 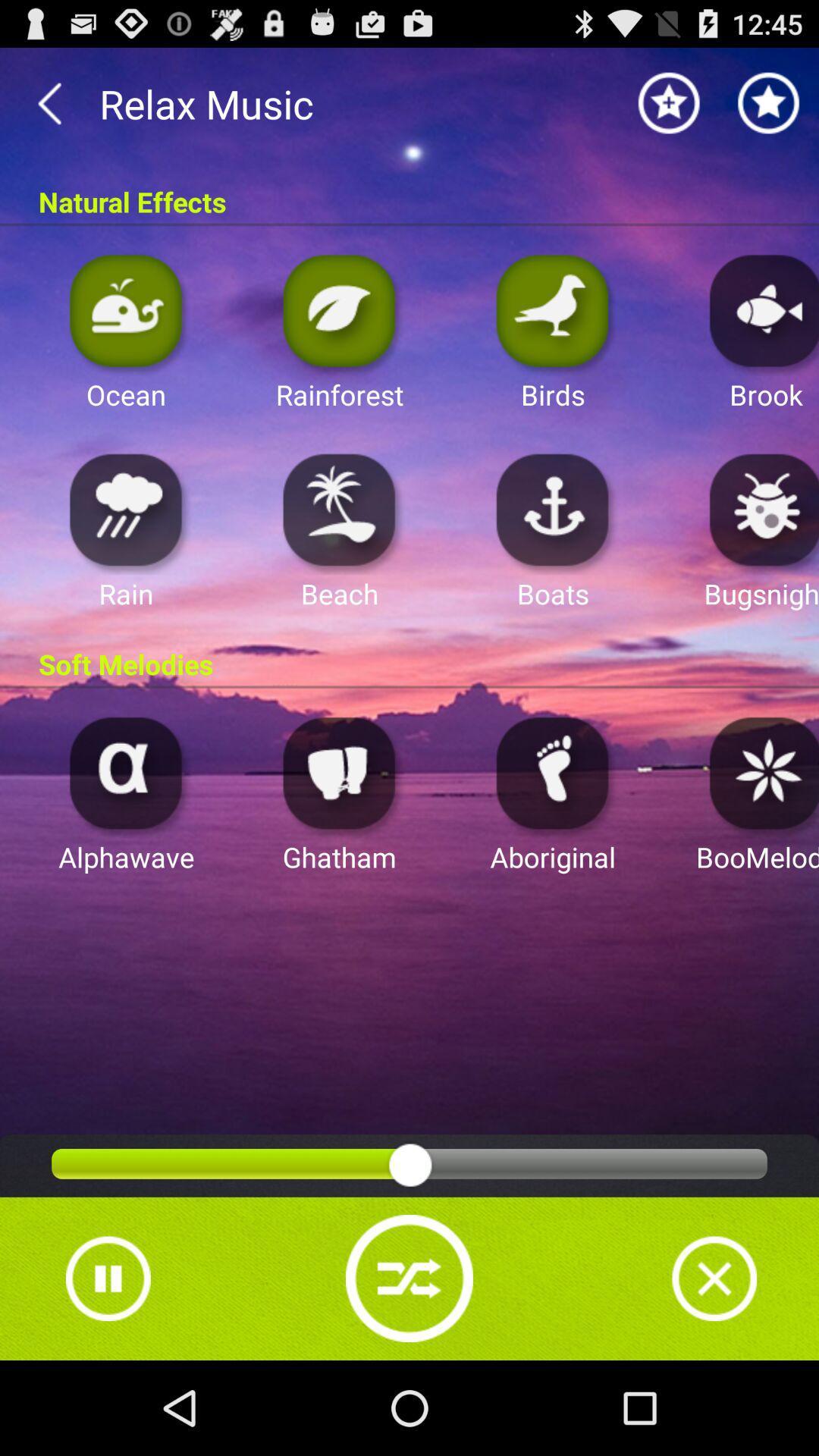 I want to click on shuffle music, so click(x=409, y=1277).